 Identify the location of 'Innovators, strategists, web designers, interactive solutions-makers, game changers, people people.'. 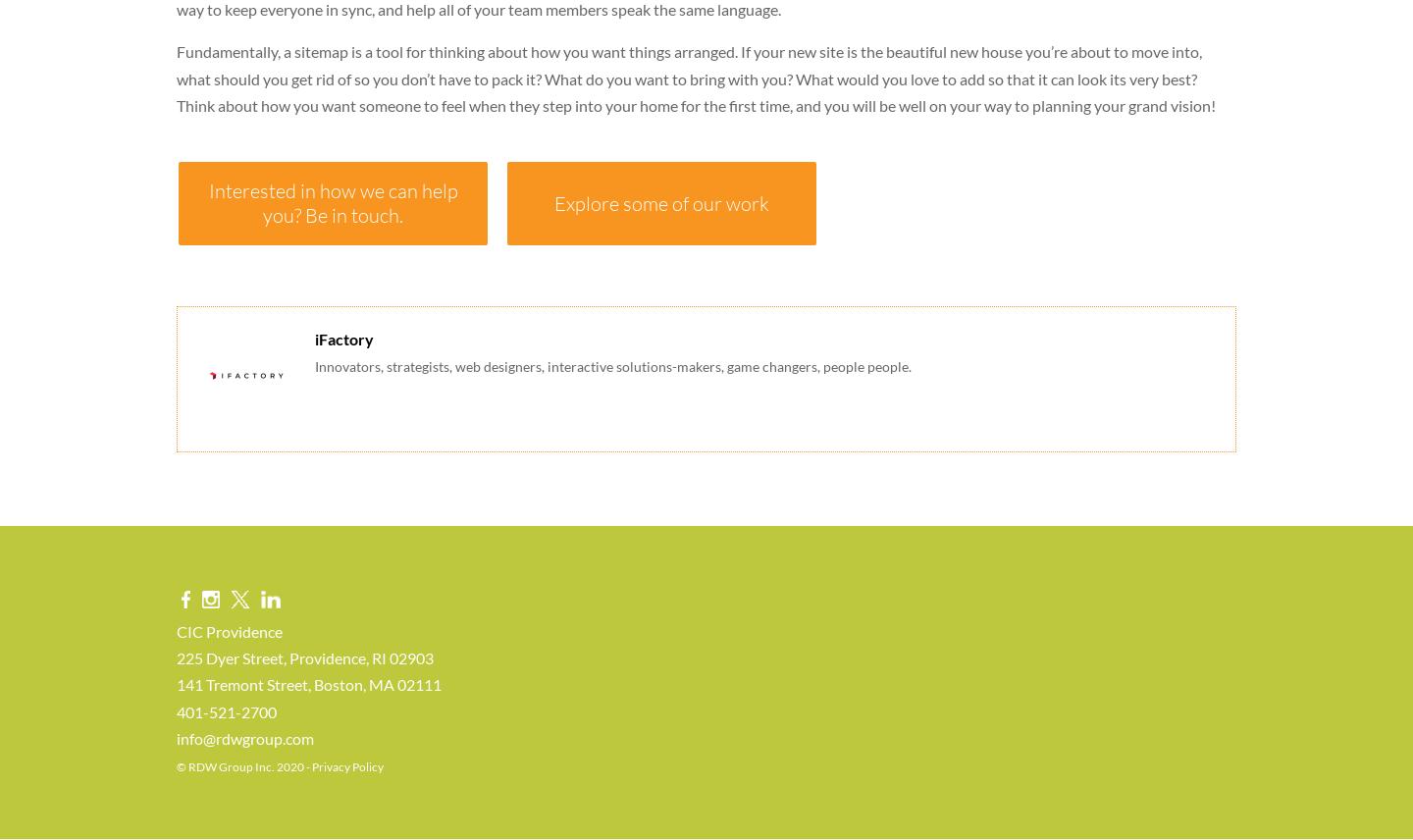
(314, 365).